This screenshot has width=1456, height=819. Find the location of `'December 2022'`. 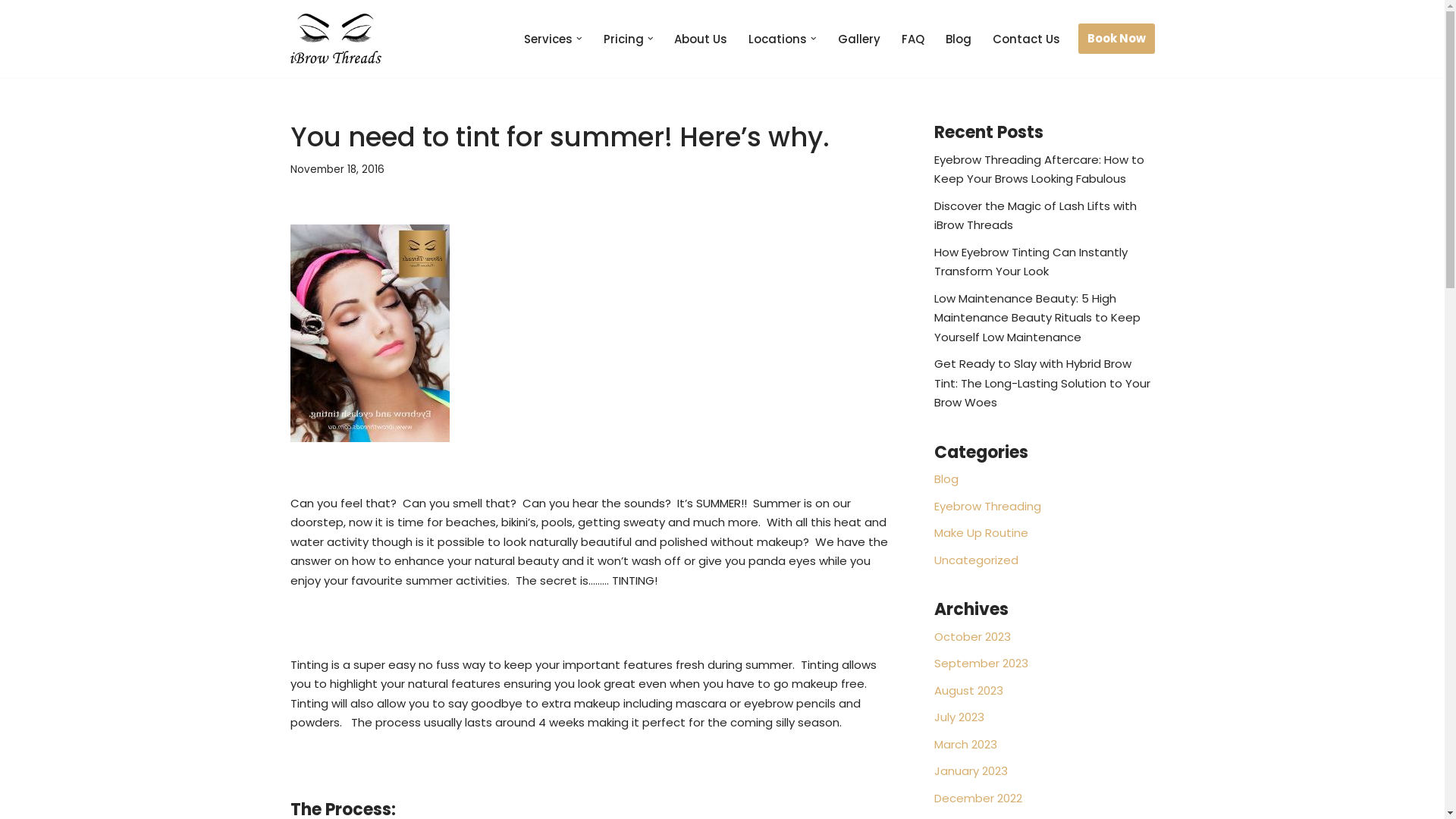

'December 2022' is located at coordinates (934, 797).